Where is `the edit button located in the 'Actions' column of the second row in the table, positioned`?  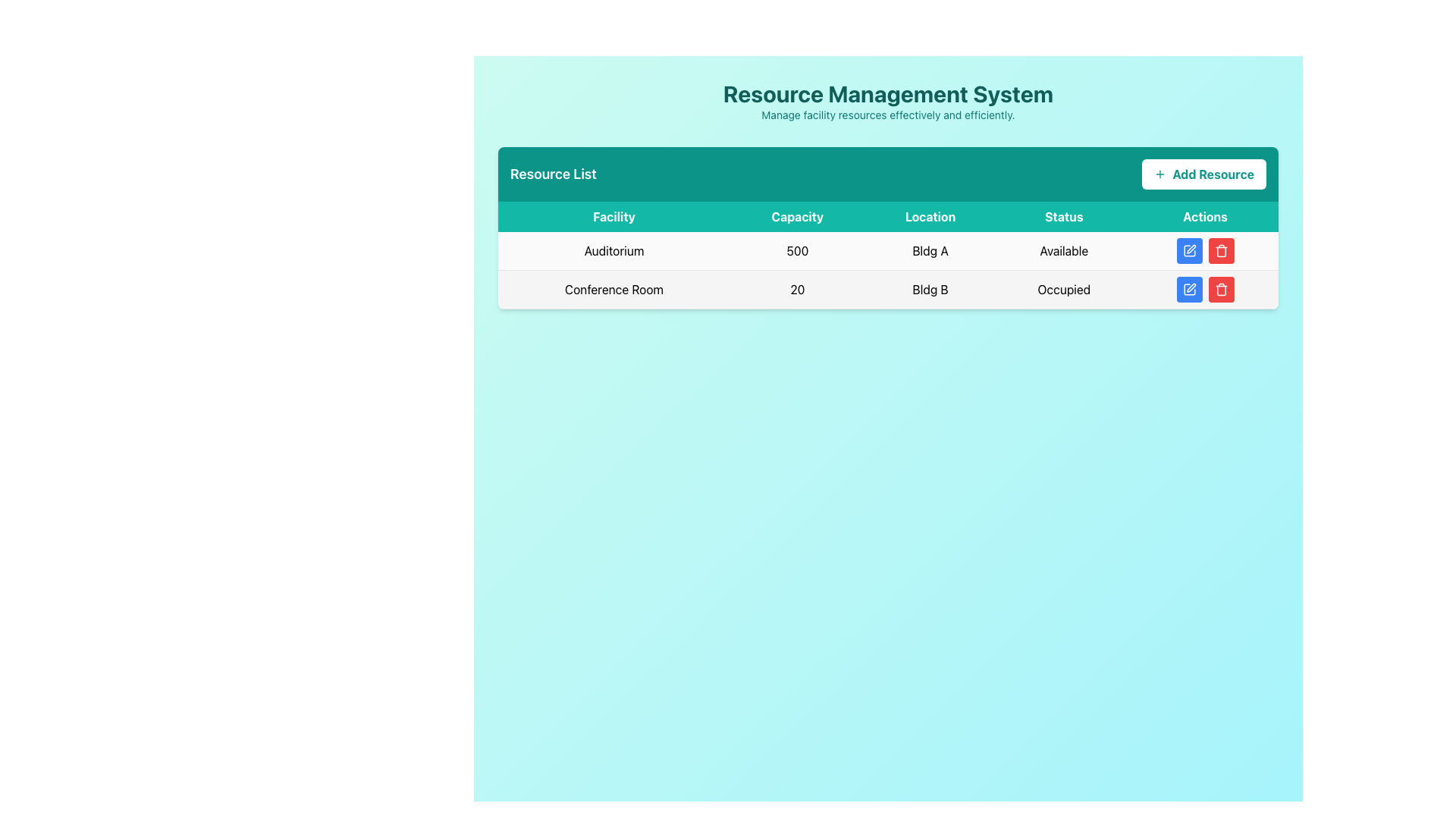
the edit button located in the 'Actions' column of the second row in the table, positioned is located at coordinates (1190, 248).